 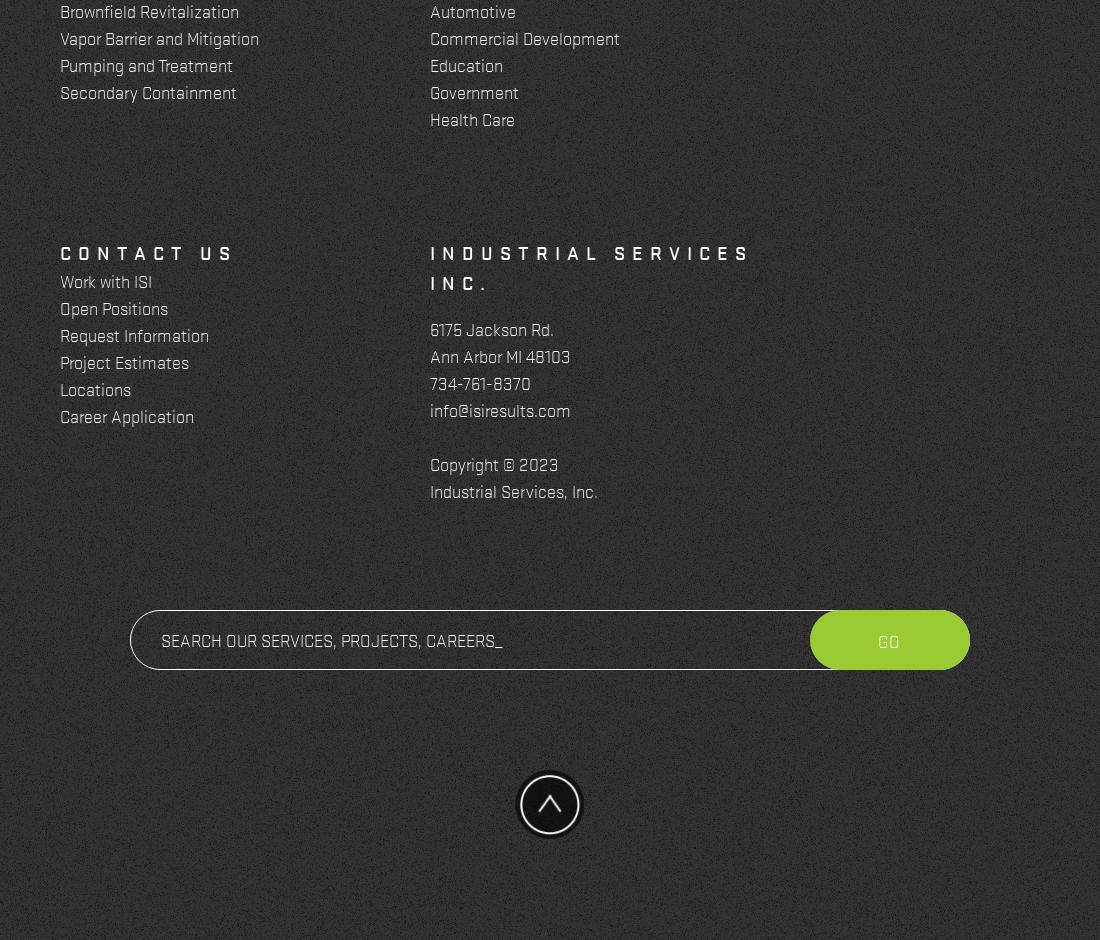 What do you see at coordinates (58, 334) in the screenshot?
I see `'Request Information'` at bounding box center [58, 334].